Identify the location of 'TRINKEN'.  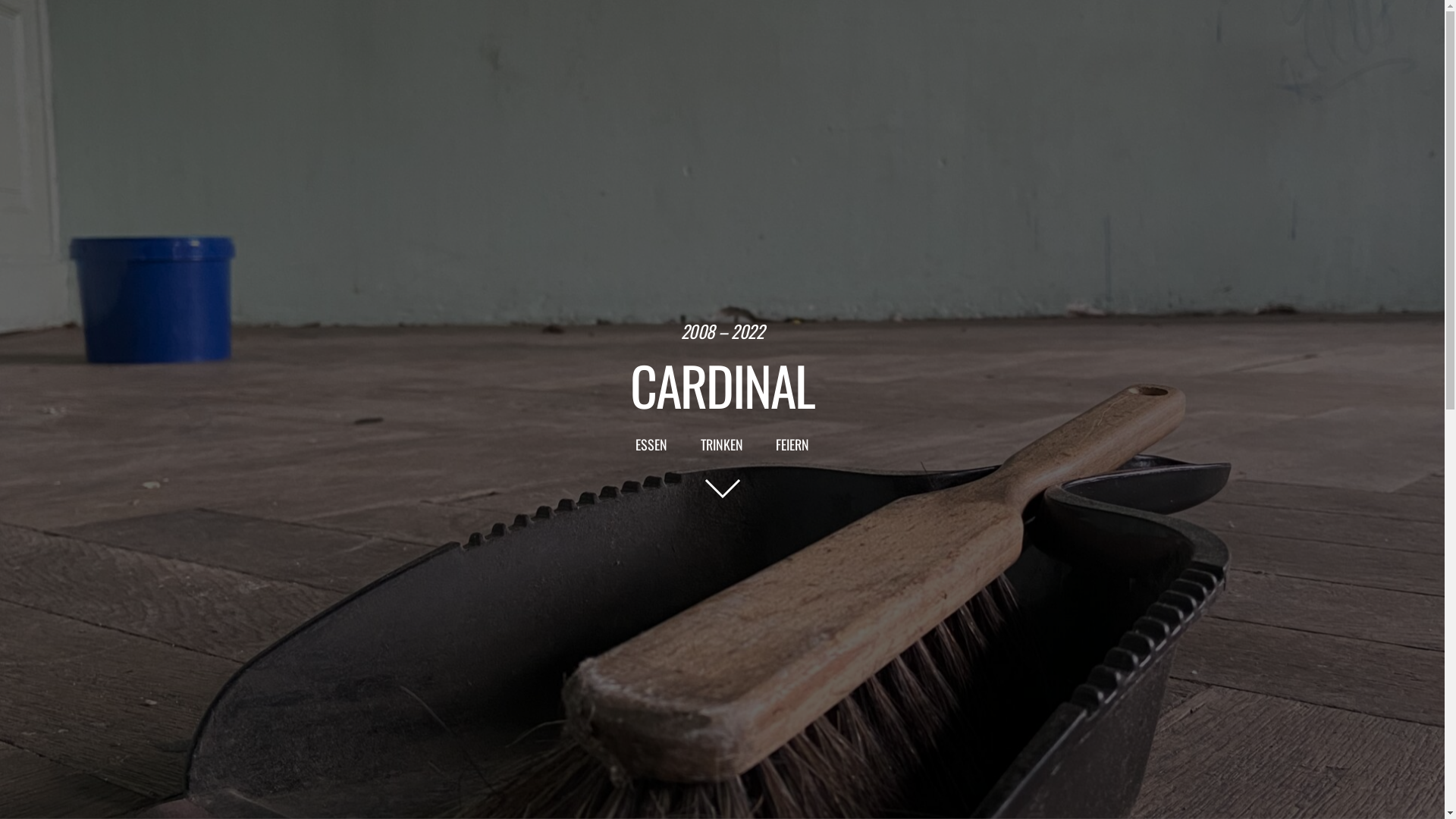
(720, 444).